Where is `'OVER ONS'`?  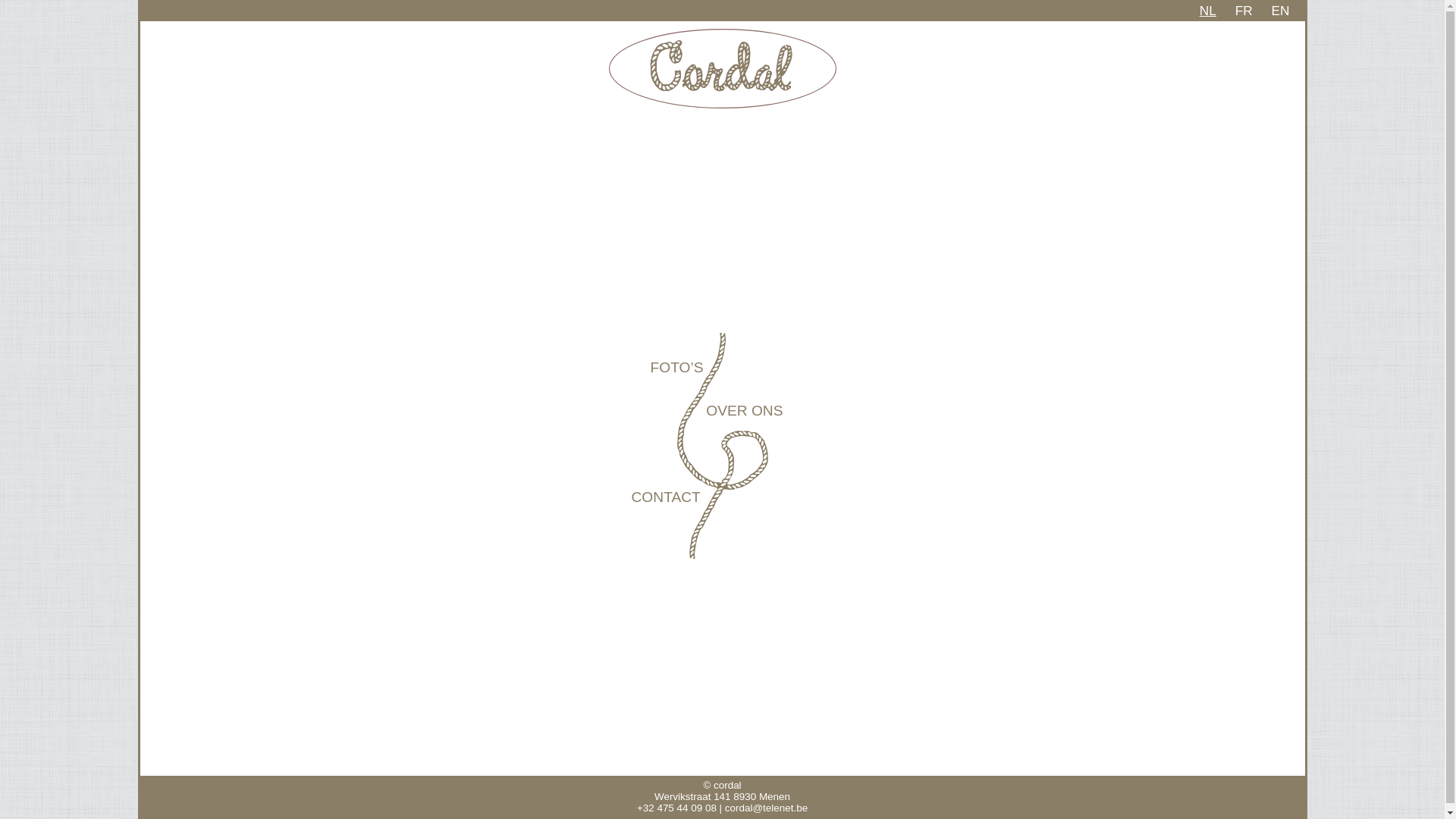 'OVER ONS' is located at coordinates (744, 410).